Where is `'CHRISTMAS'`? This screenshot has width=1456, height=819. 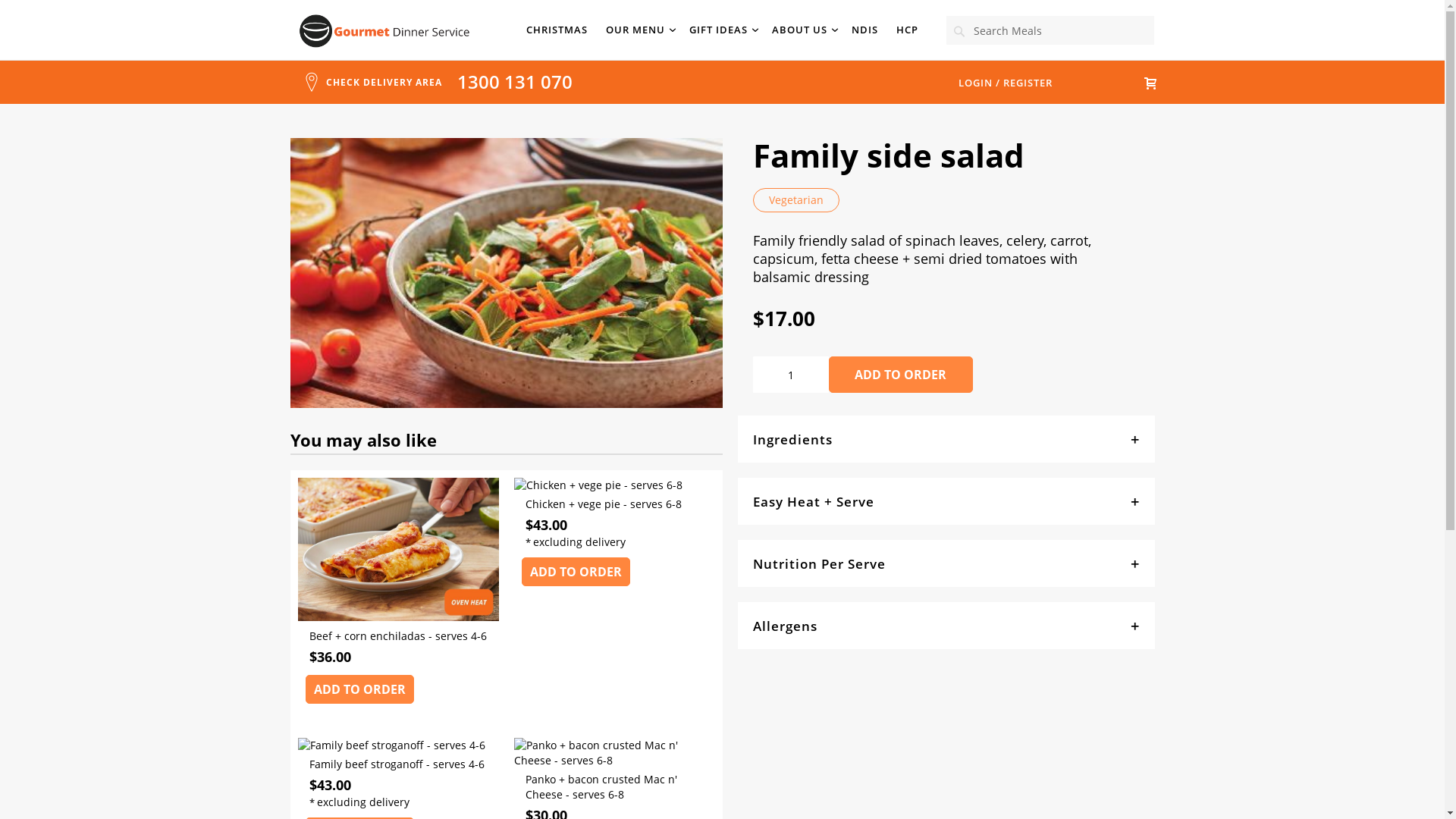 'CHRISTMAS' is located at coordinates (556, 30).